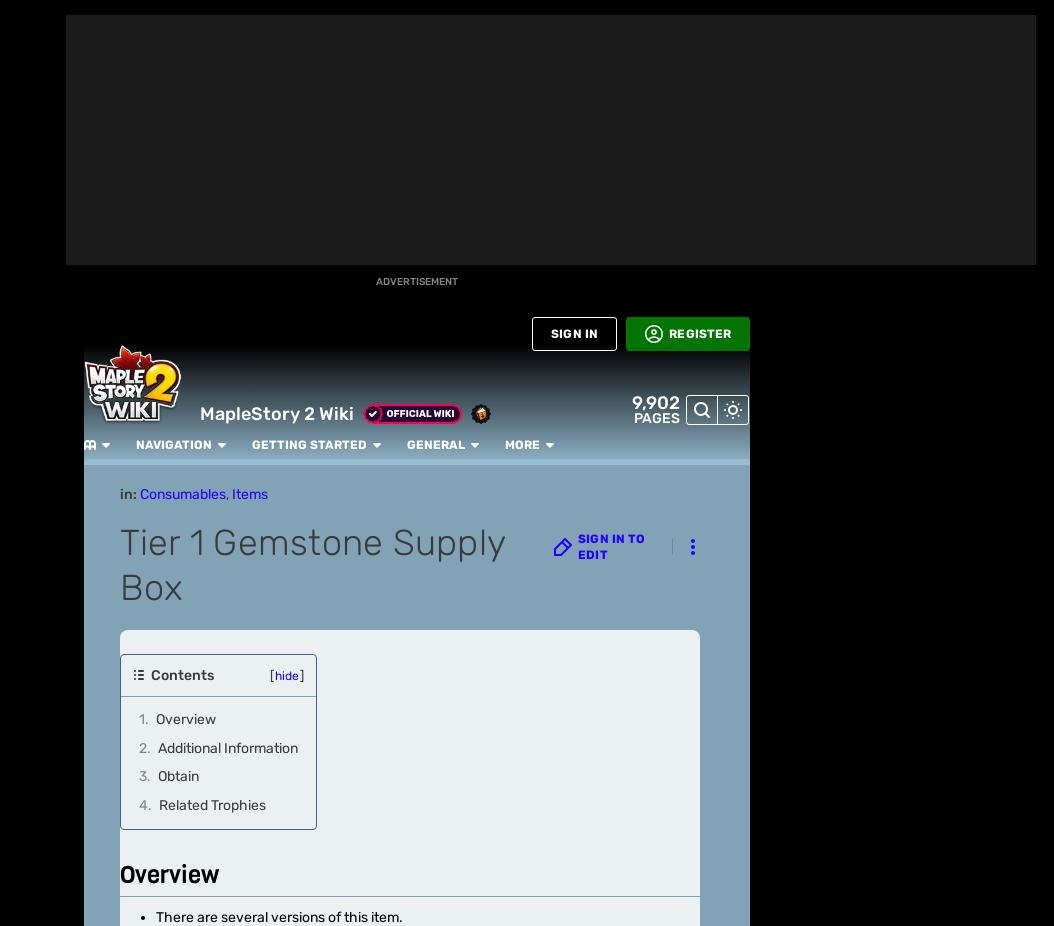  Describe the element at coordinates (22, 213) in the screenshot. I see `'BETA'` at that location.